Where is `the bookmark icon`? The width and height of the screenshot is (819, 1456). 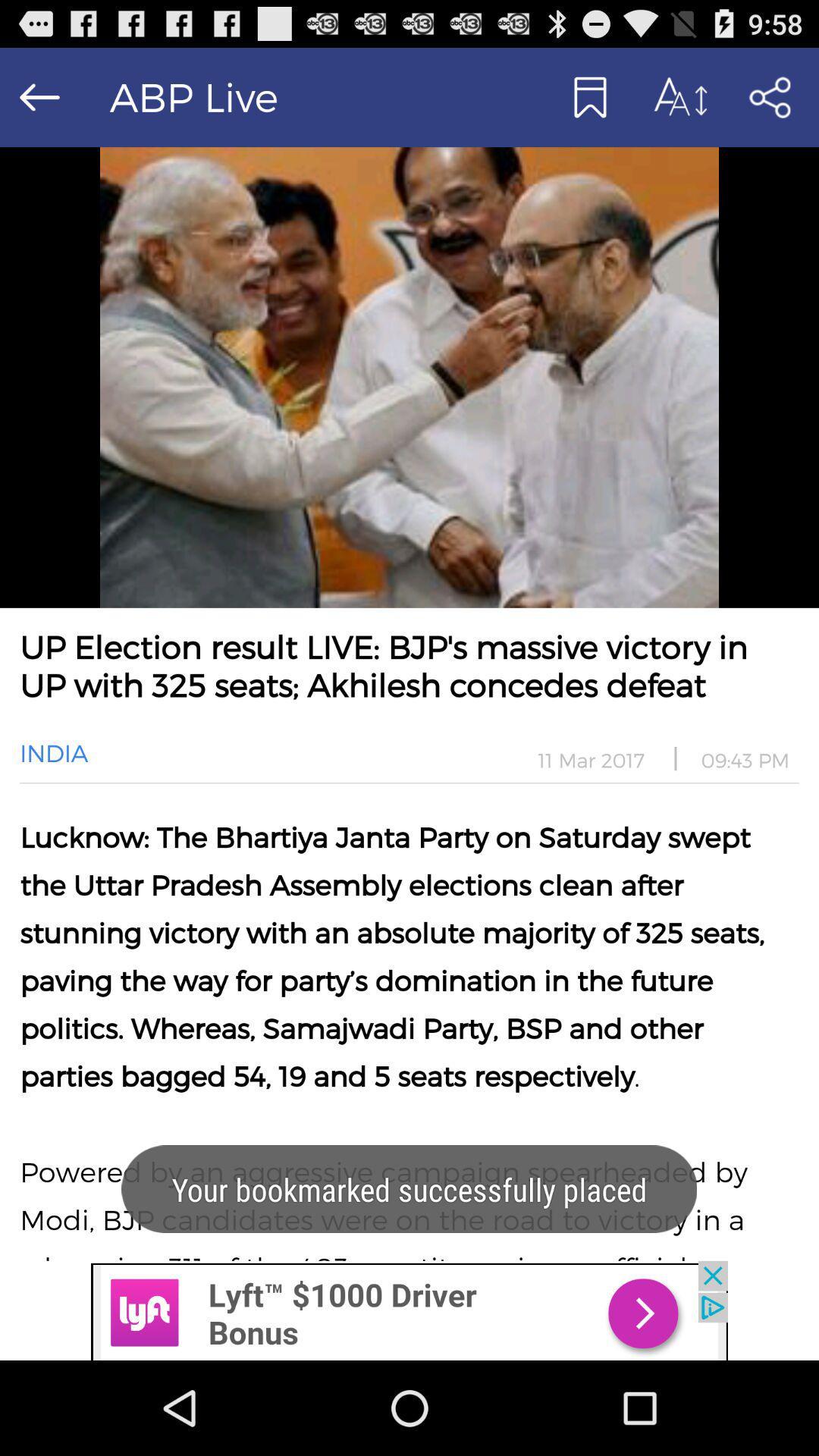
the bookmark icon is located at coordinates (588, 103).